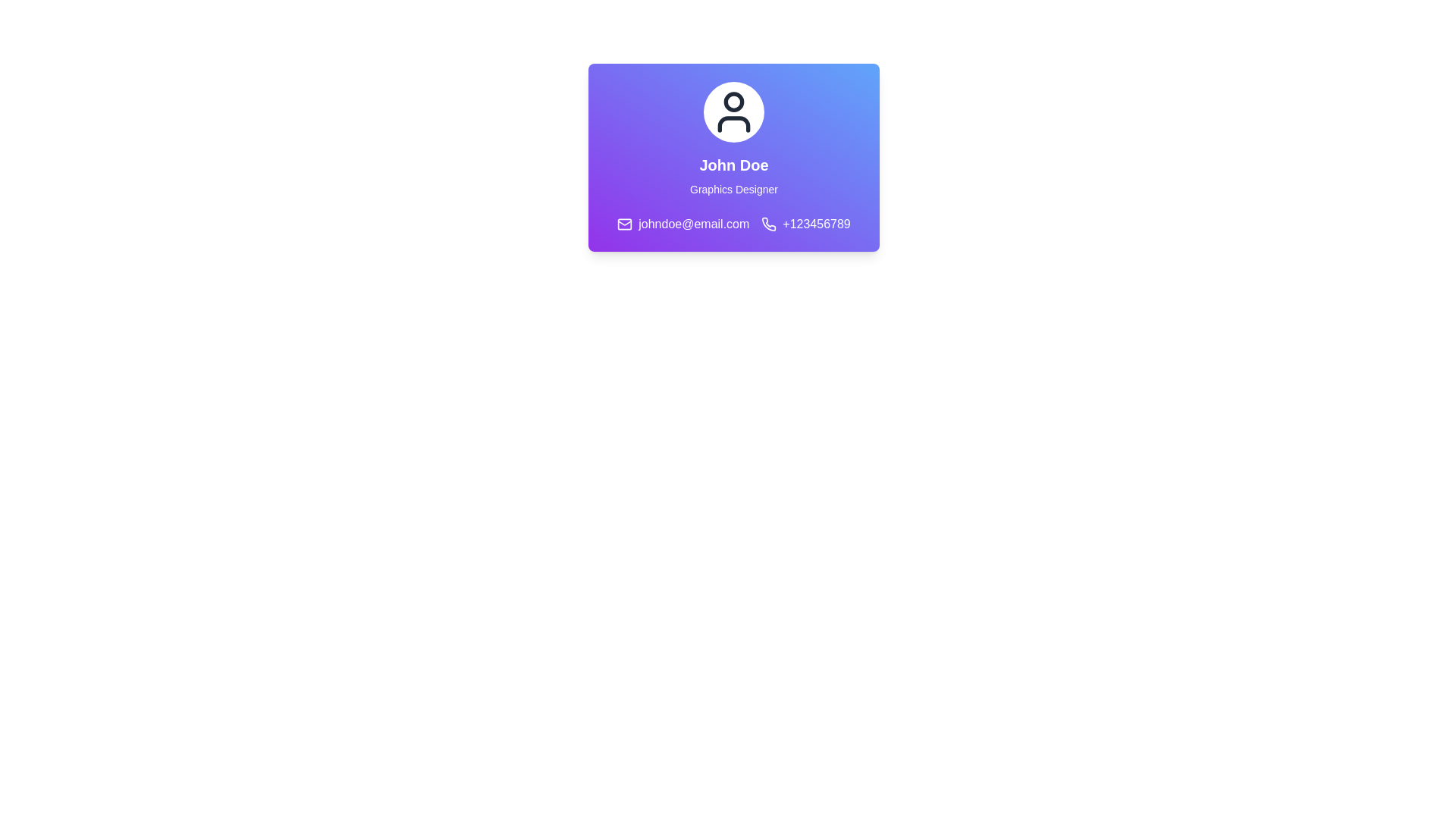 This screenshot has height=819, width=1456. I want to click on the rectangular background of the mail icon located in the bottom-left section of the profile card, so click(625, 224).